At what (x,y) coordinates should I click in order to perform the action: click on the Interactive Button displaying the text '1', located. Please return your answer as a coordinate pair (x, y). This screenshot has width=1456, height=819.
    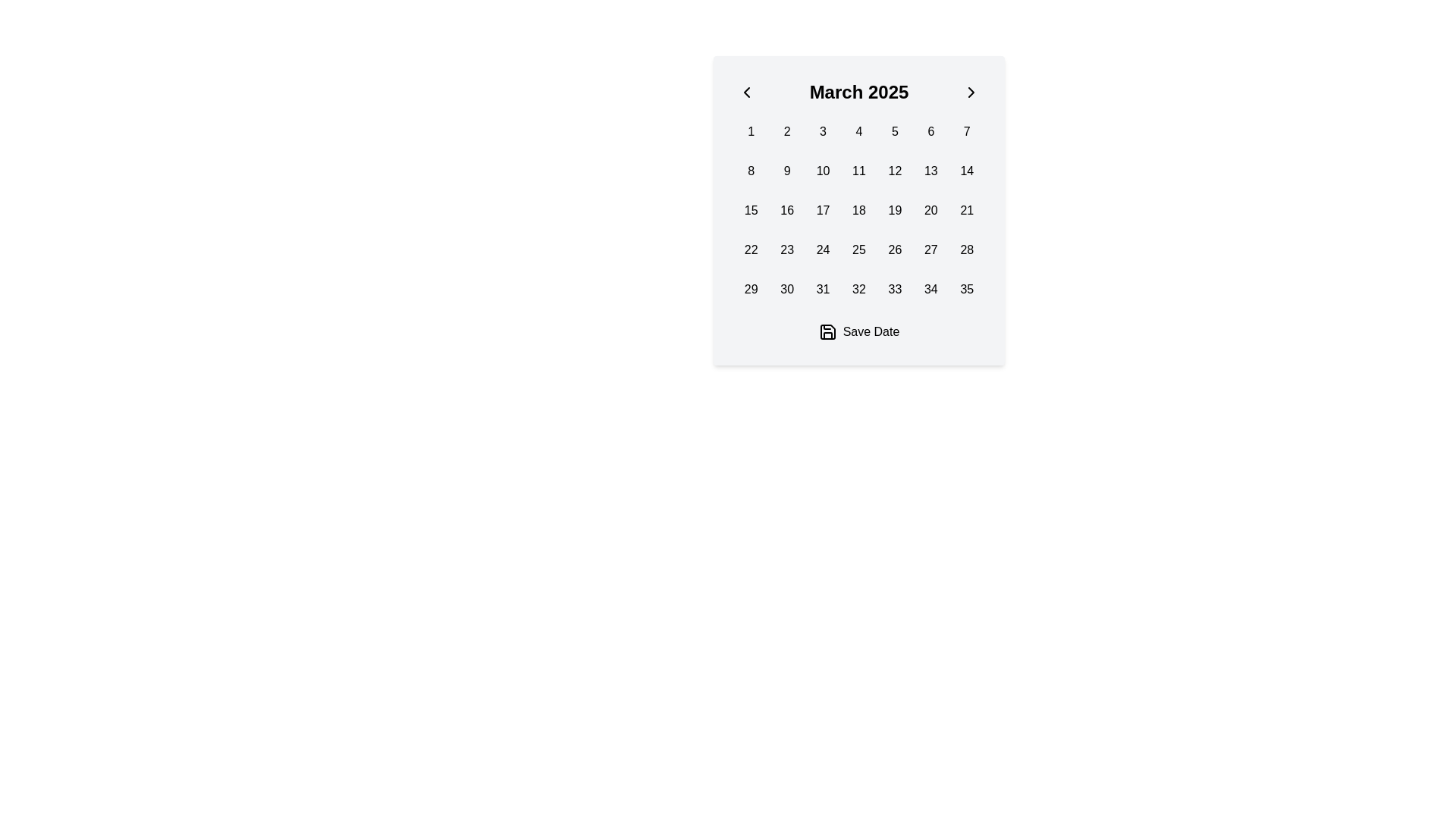
    Looking at the image, I should click on (751, 130).